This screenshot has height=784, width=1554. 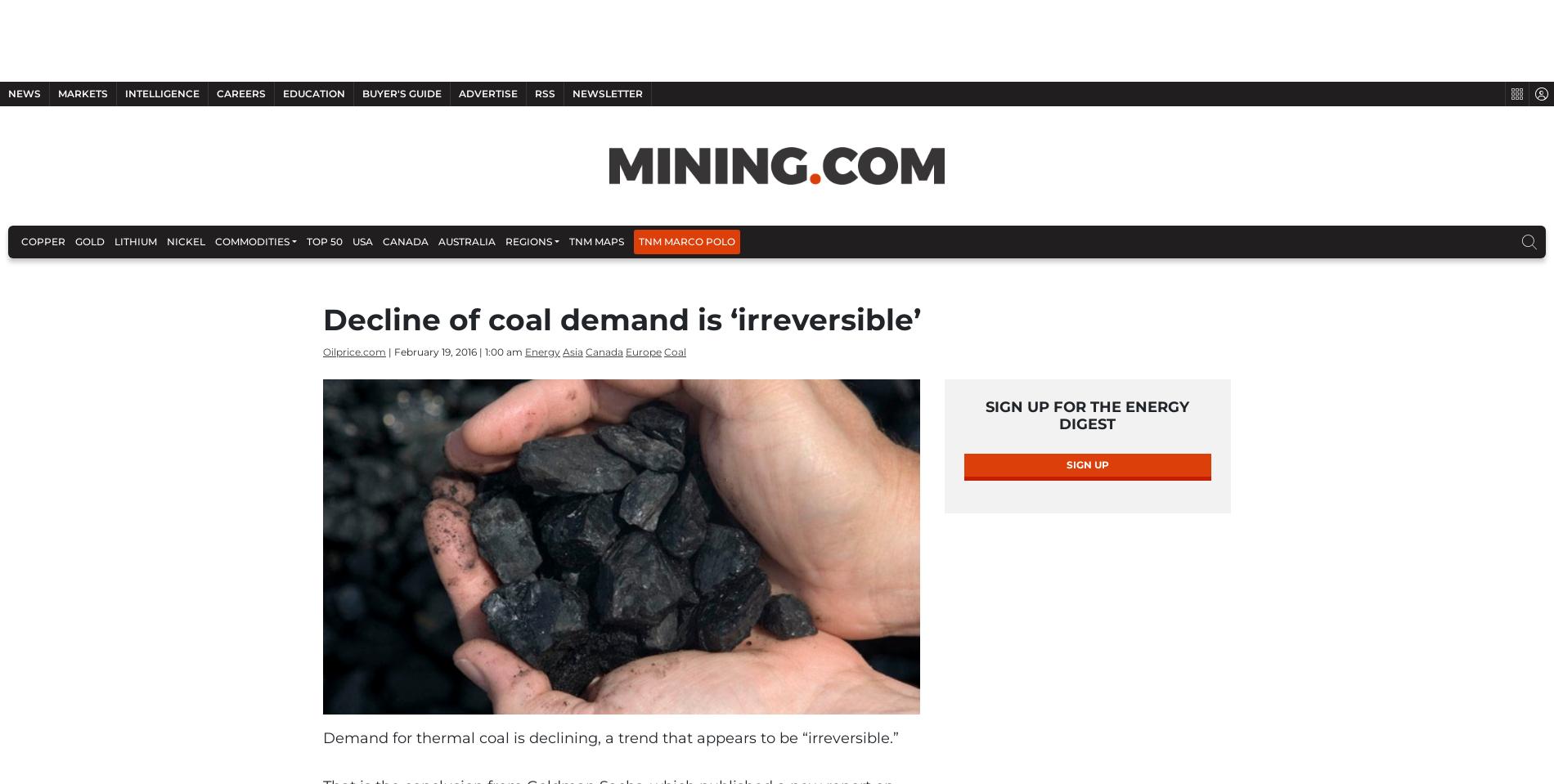 I want to click on 'Careers', so click(x=240, y=93).